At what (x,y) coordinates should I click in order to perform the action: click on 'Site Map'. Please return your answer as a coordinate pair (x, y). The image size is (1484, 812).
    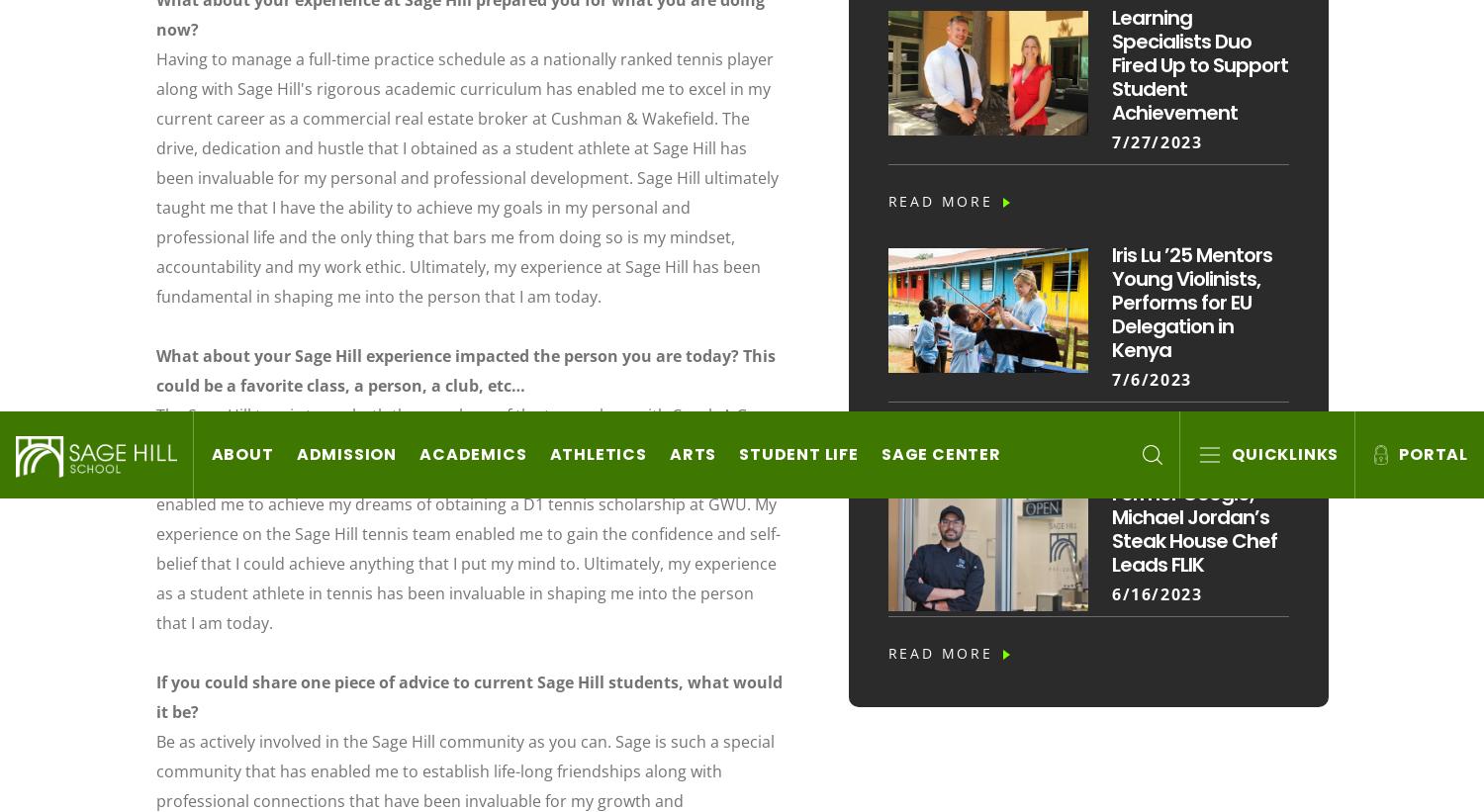
    Looking at the image, I should click on (1016, 368).